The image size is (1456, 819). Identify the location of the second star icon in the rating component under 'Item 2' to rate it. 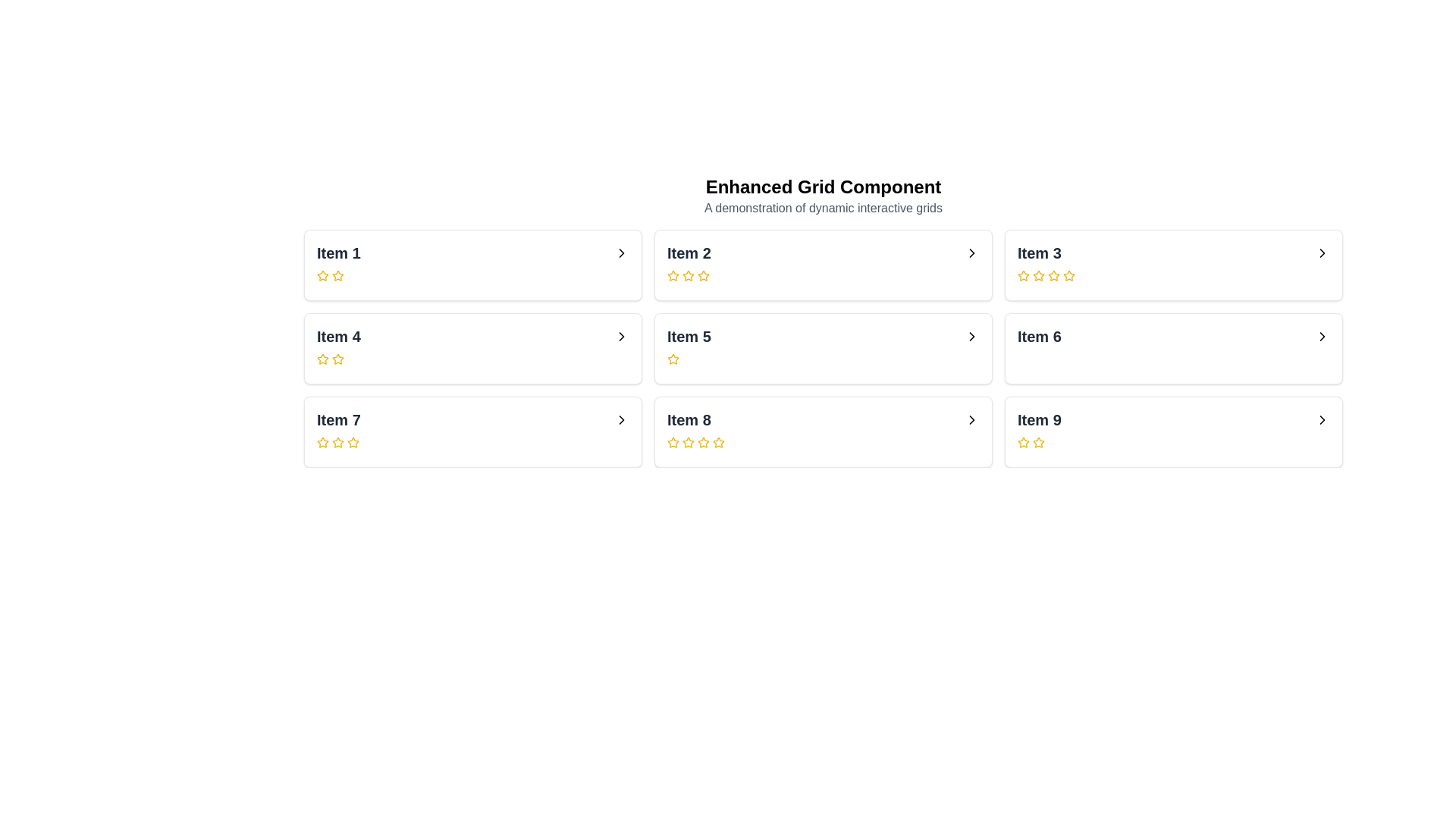
(687, 275).